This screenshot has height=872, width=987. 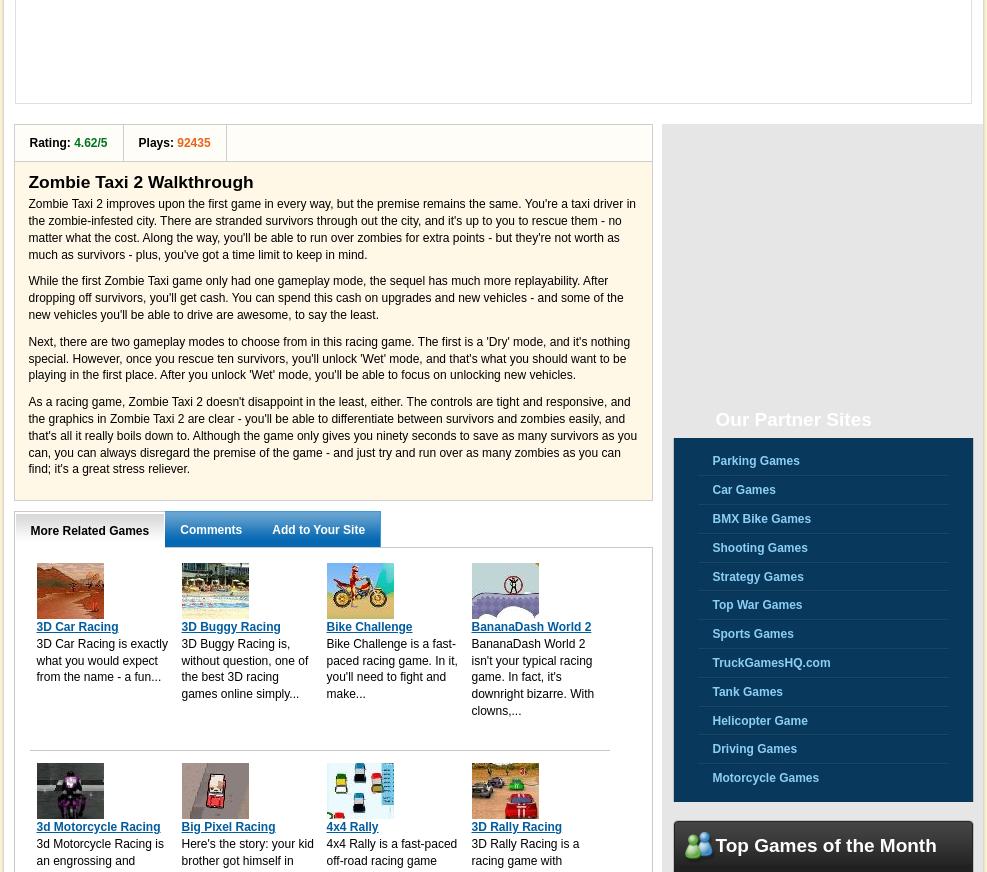 What do you see at coordinates (76, 626) in the screenshot?
I see `'3D Car Racing'` at bounding box center [76, 626].